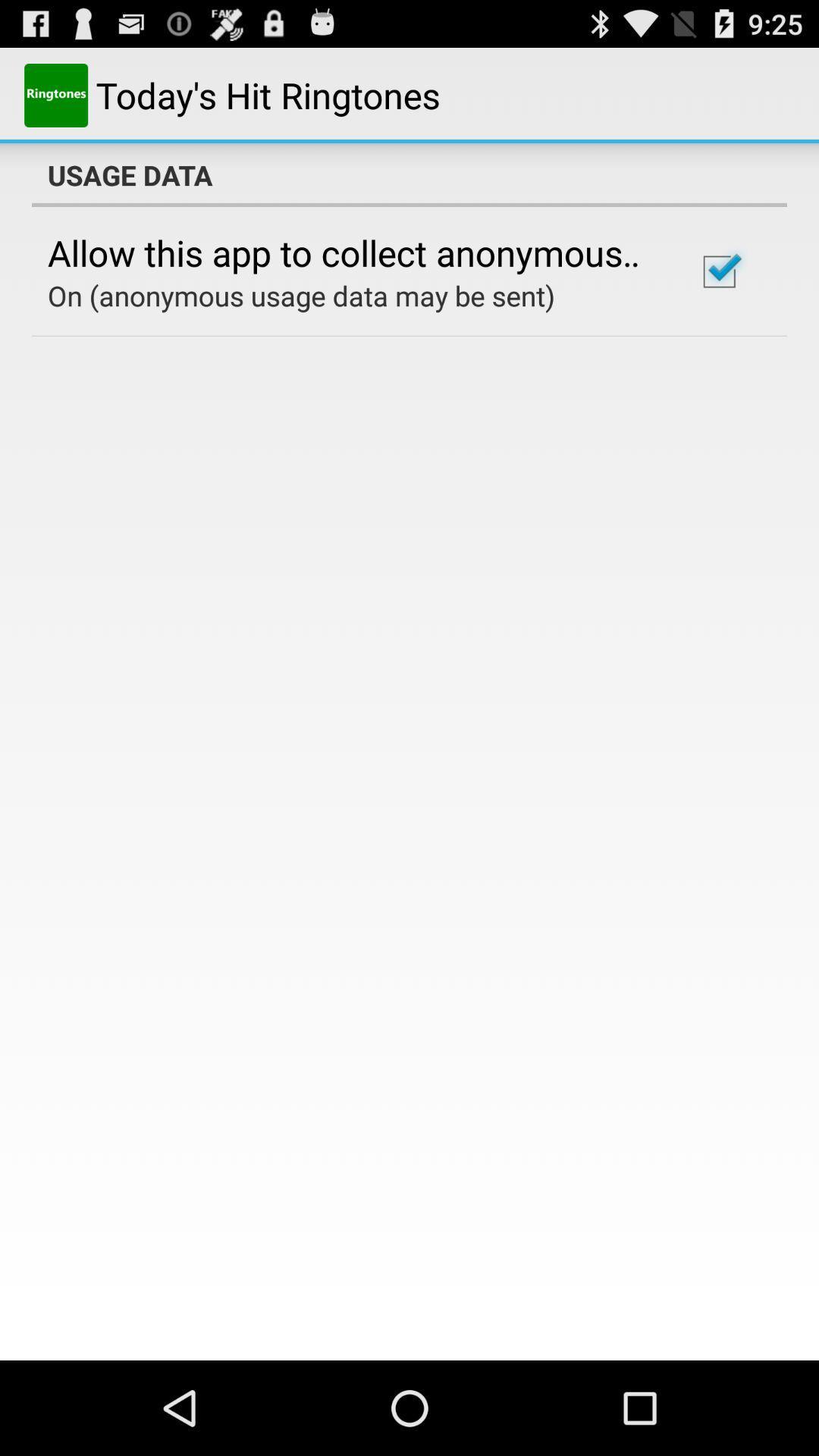 This screenshot has height=1456, width=819. What do you see at coordinates (718, 271) in the screenshot?
I see `icon below usage data icon` at bounding box center [718, 271].